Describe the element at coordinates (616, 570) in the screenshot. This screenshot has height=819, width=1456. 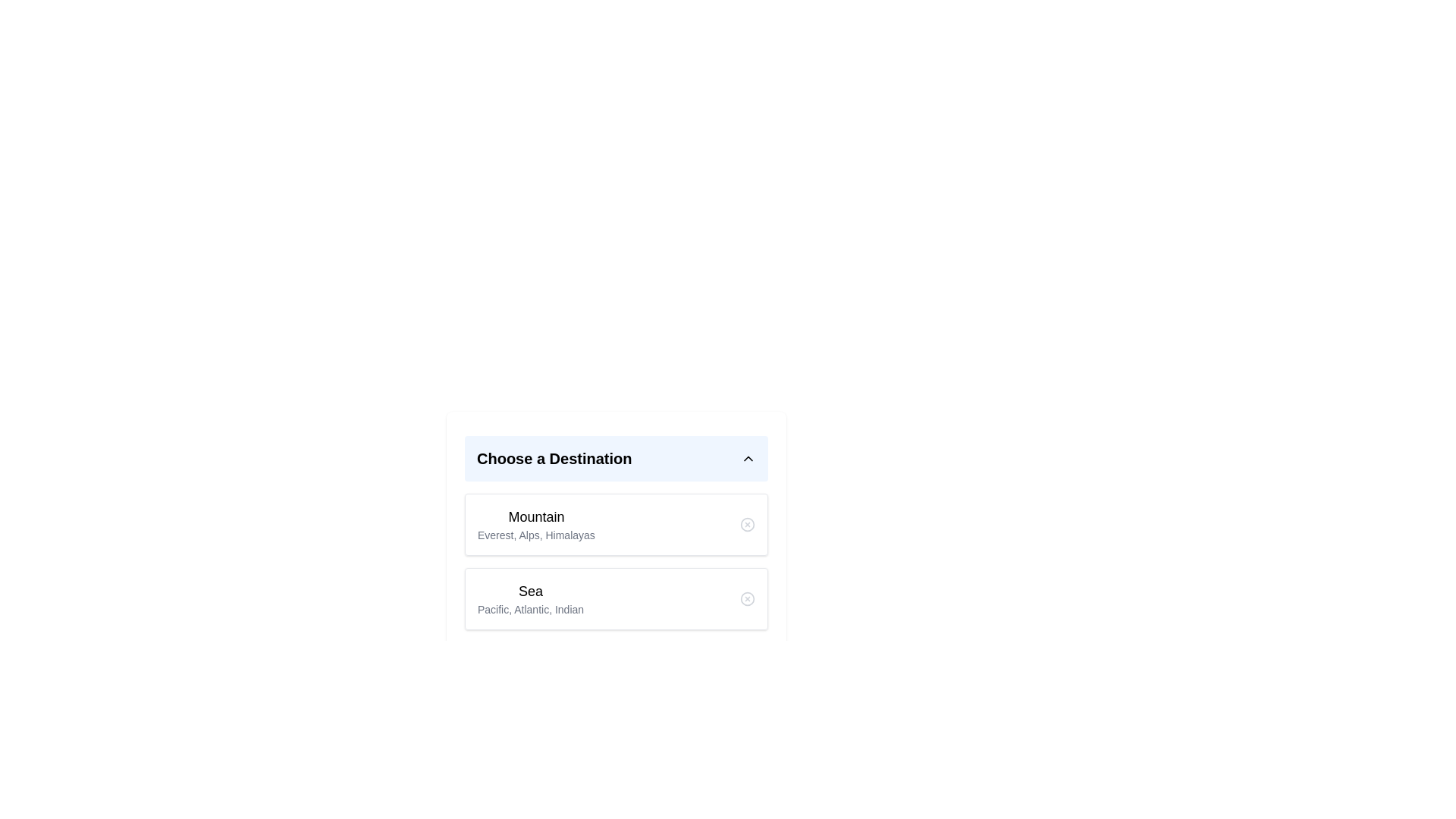
I see `the selectable list item for 'Sea' under the 'Choose a Destination' section` at that location.